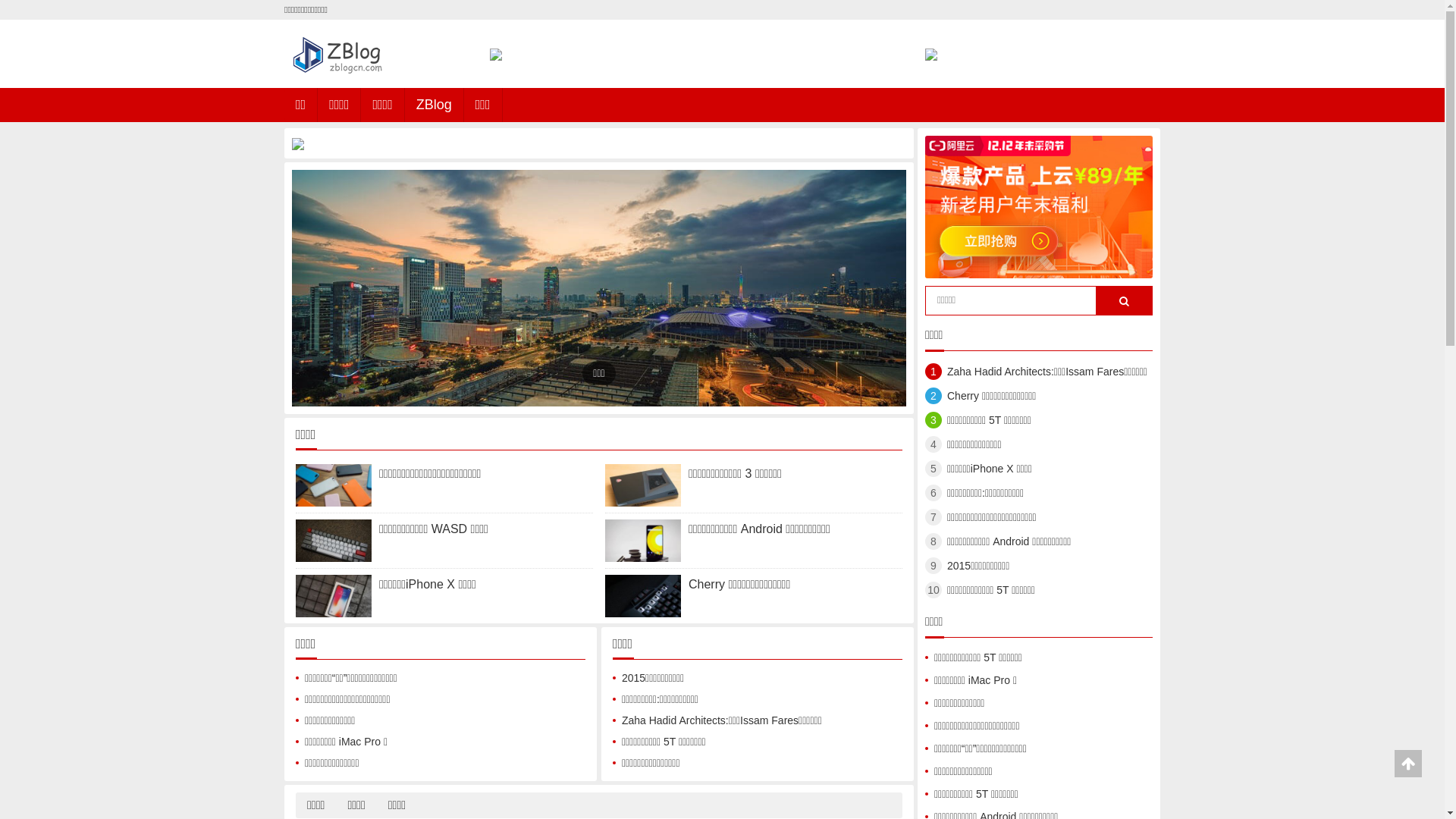  I want to click on 'ZBlog', so click(433, 104).